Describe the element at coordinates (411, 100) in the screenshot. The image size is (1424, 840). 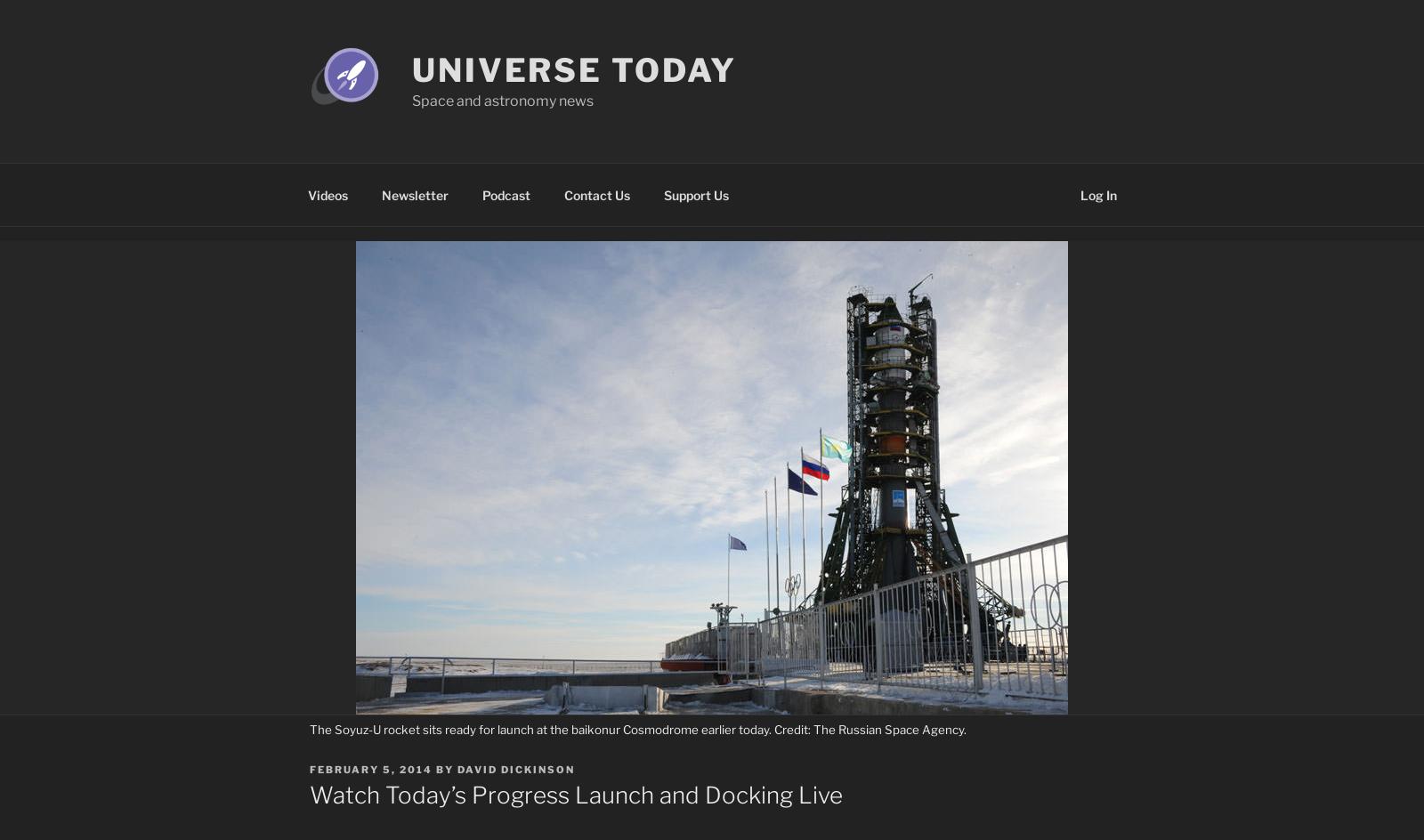
I see `'Space and astronomy news'` at that location.